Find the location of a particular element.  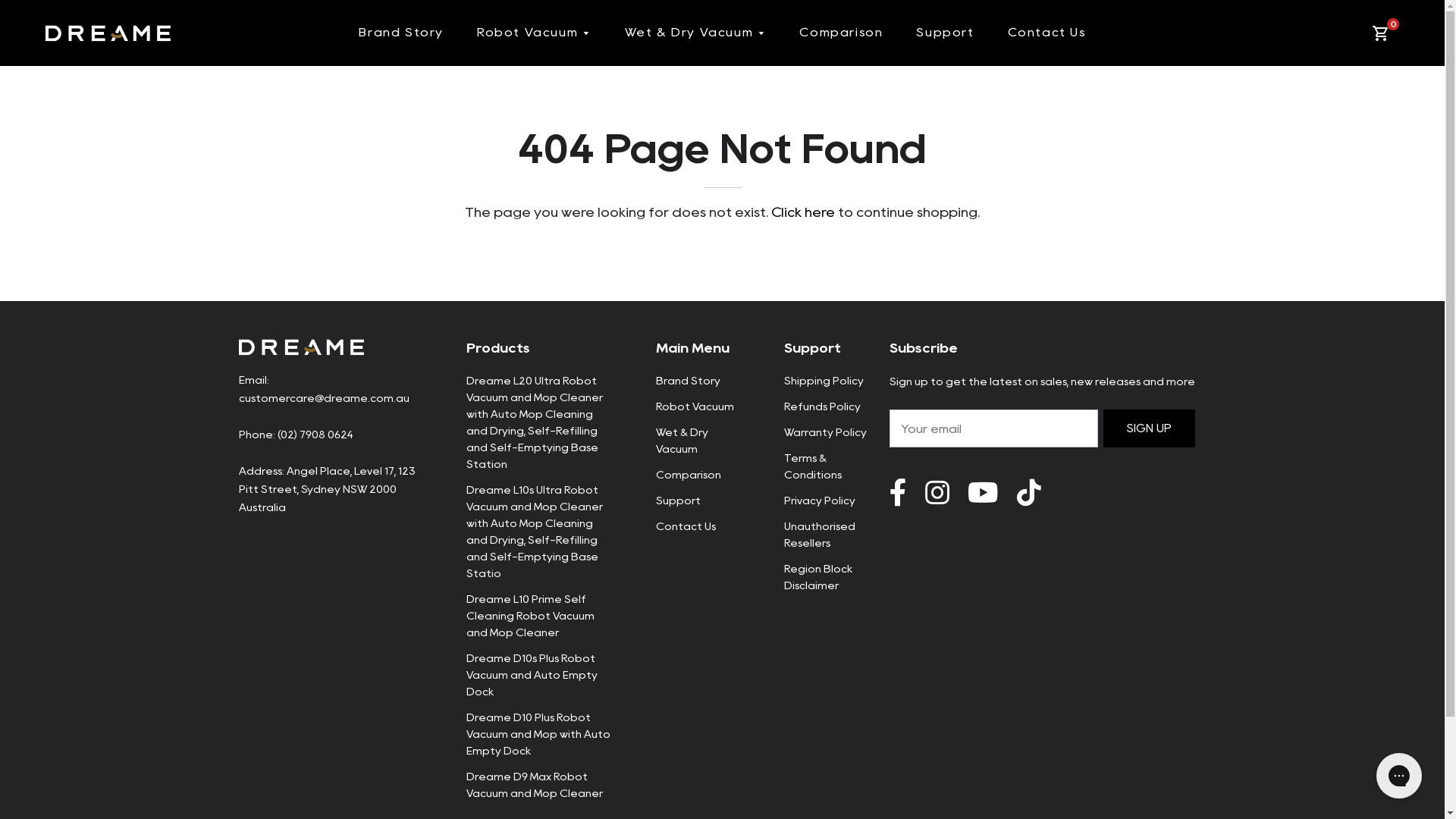

'Support' is located at coordinates (915, 32).